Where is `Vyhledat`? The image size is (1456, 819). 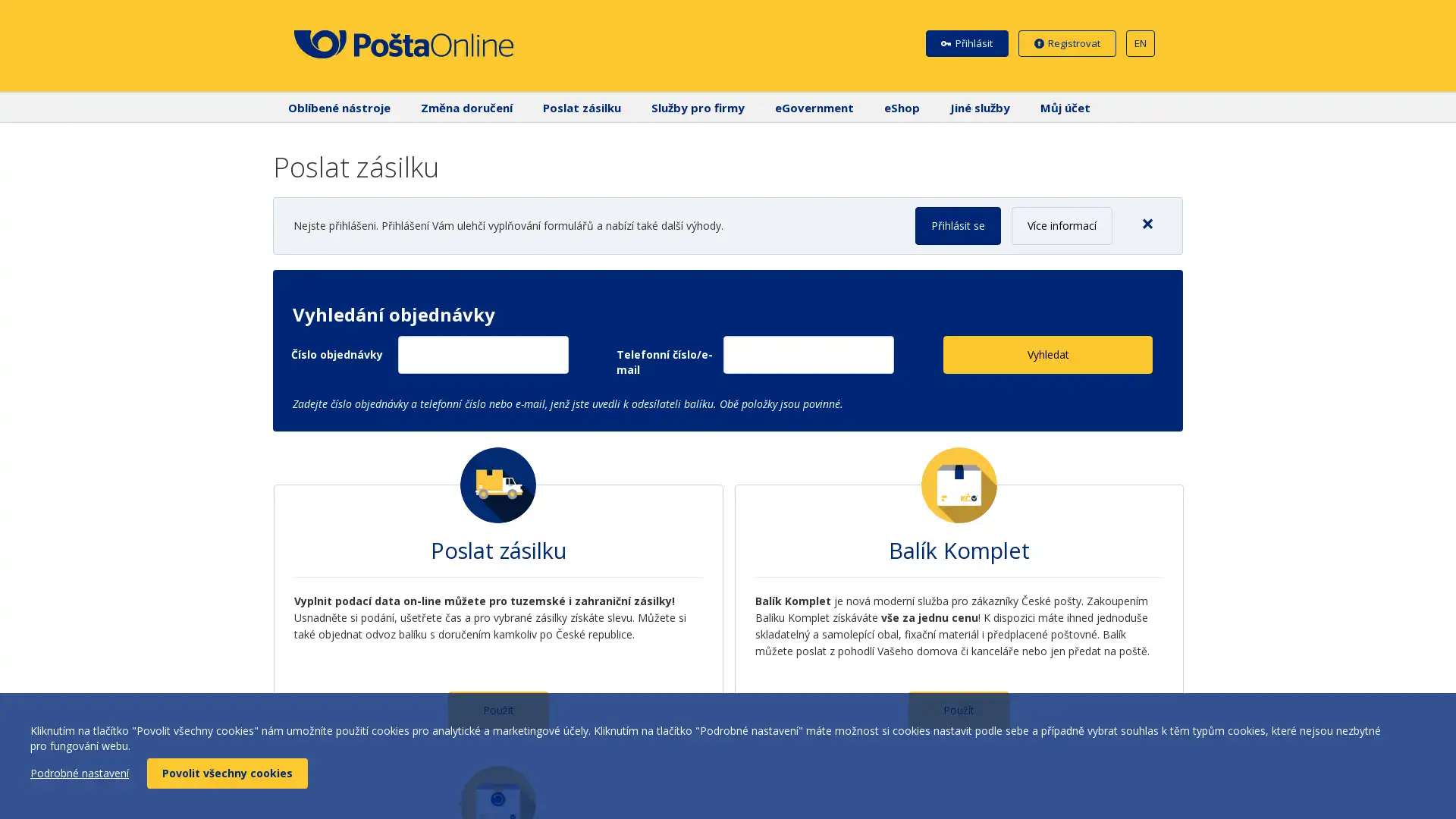 Vyhledat is located at coordinates (1047, 353).